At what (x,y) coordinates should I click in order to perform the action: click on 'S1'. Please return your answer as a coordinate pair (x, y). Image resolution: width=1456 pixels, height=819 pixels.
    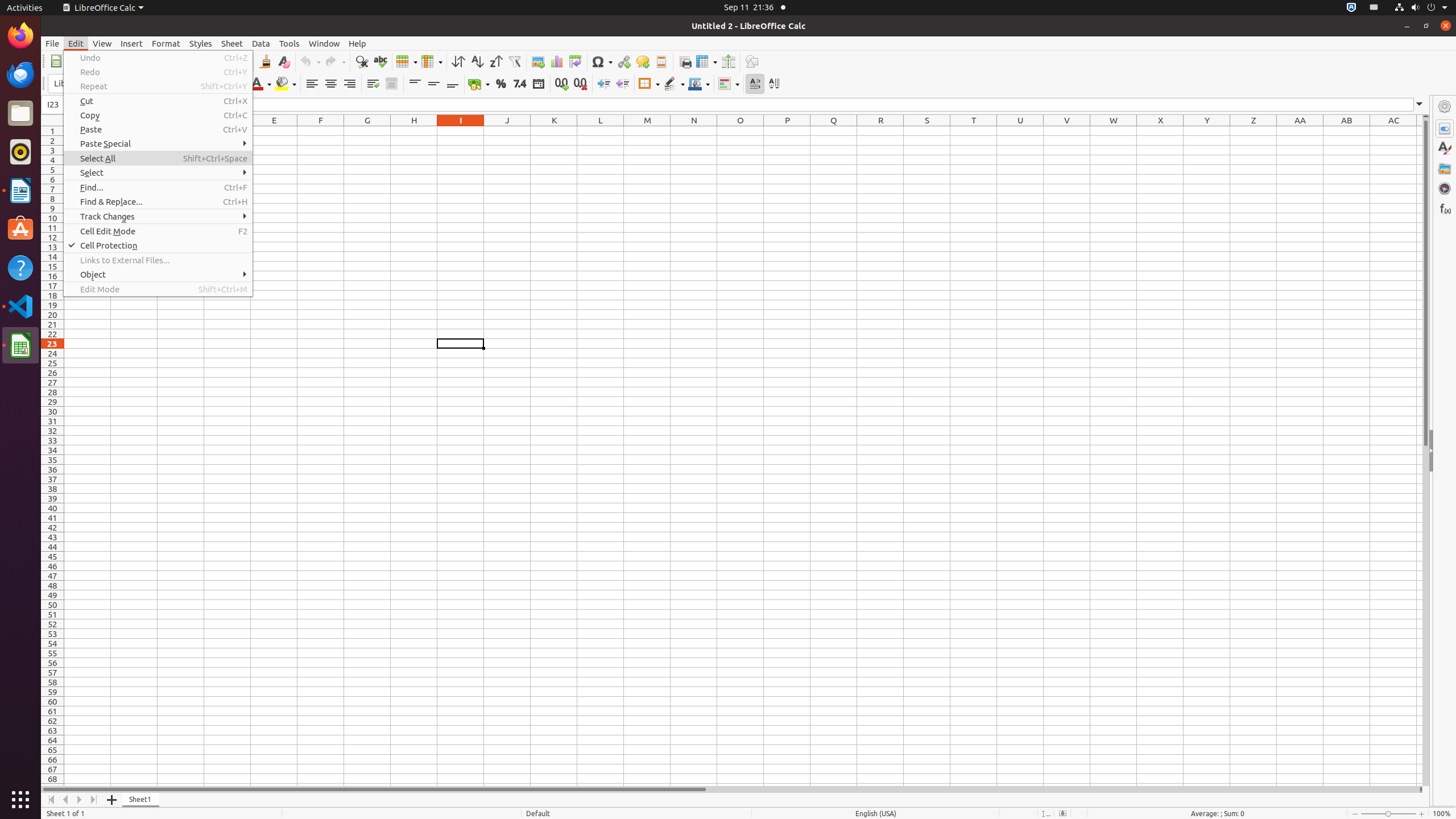
    Looking at the image, I should click on (926, 130).